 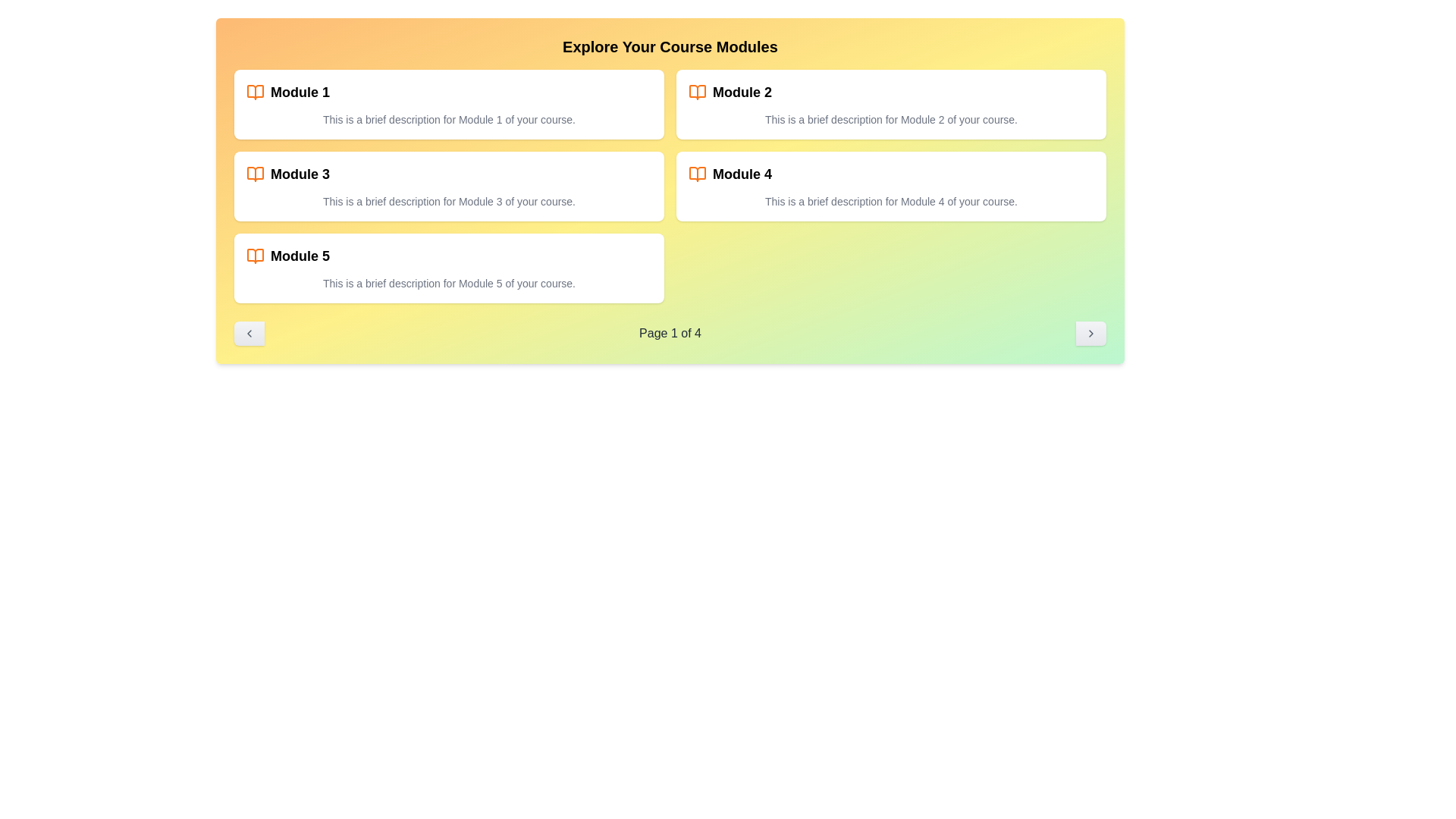 What do you see at coordinates (891, 104) in the screenshot?
I see `the 'Module 2' card, which is a rectangular module with a white background and rounded corners, located in the top-right corner of the grid layout` at bounding box center [891, 104].